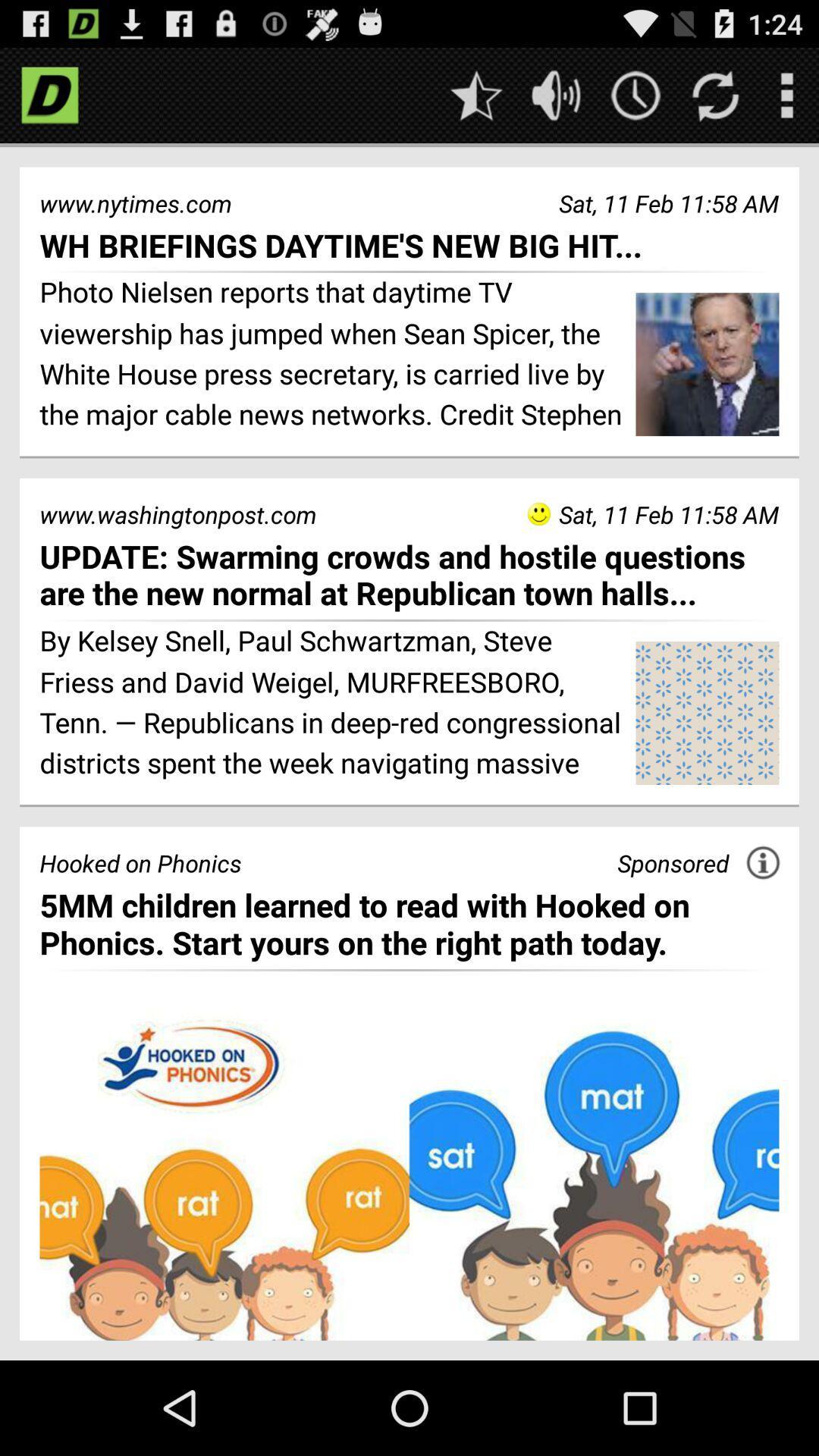 Image resolution: width=819 pixels, height=1456 pixels. What do you see at coordinates (475, 94) in the screenshot?
I see `favorite` at bounding box center [475, 94].